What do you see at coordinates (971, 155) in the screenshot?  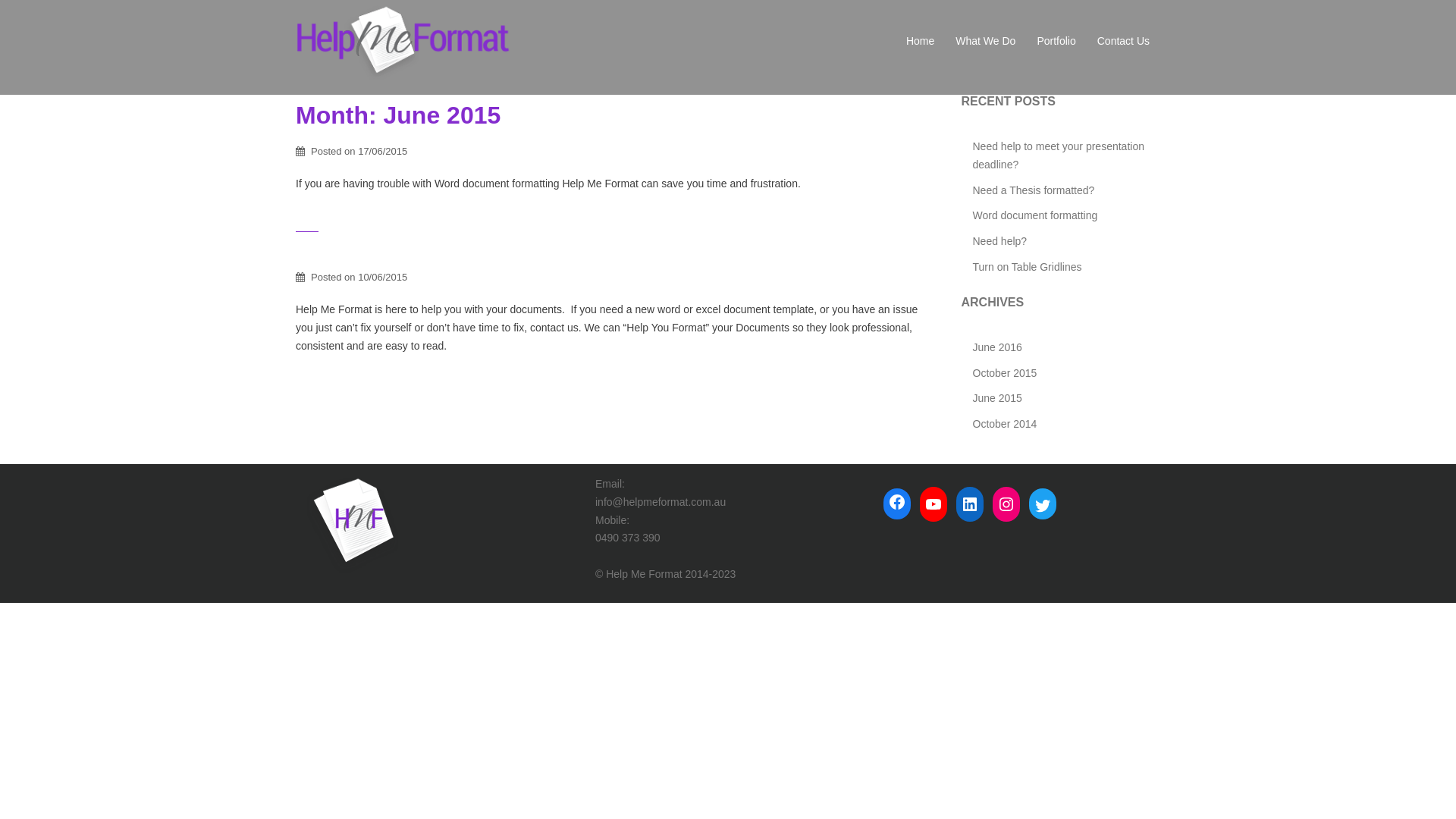 I see `'Need help to meet your presentation deadline?'` at bounding box center [971, 155].